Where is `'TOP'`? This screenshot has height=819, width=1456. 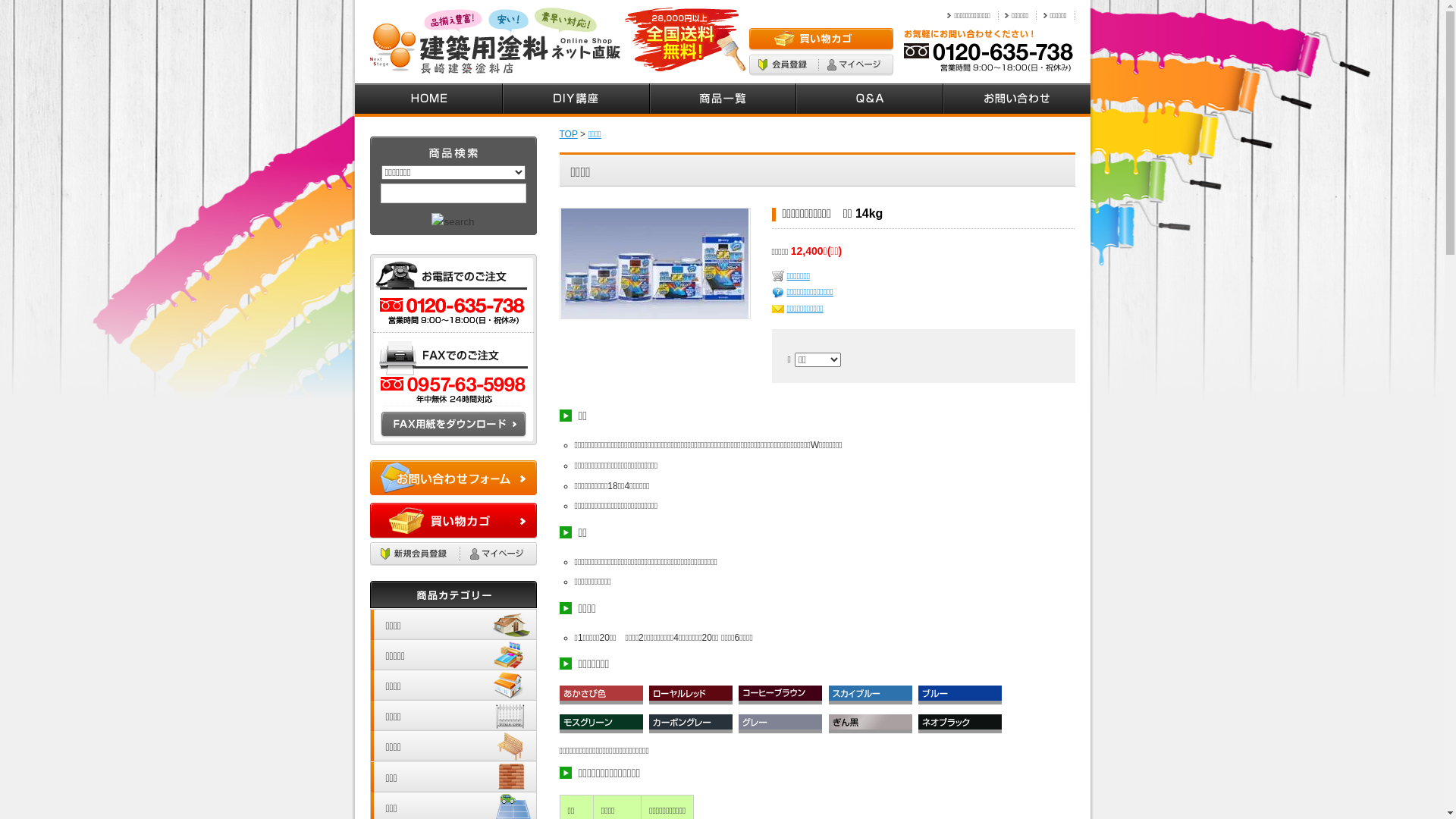 'TOP' is located at coordinates (559, 133).